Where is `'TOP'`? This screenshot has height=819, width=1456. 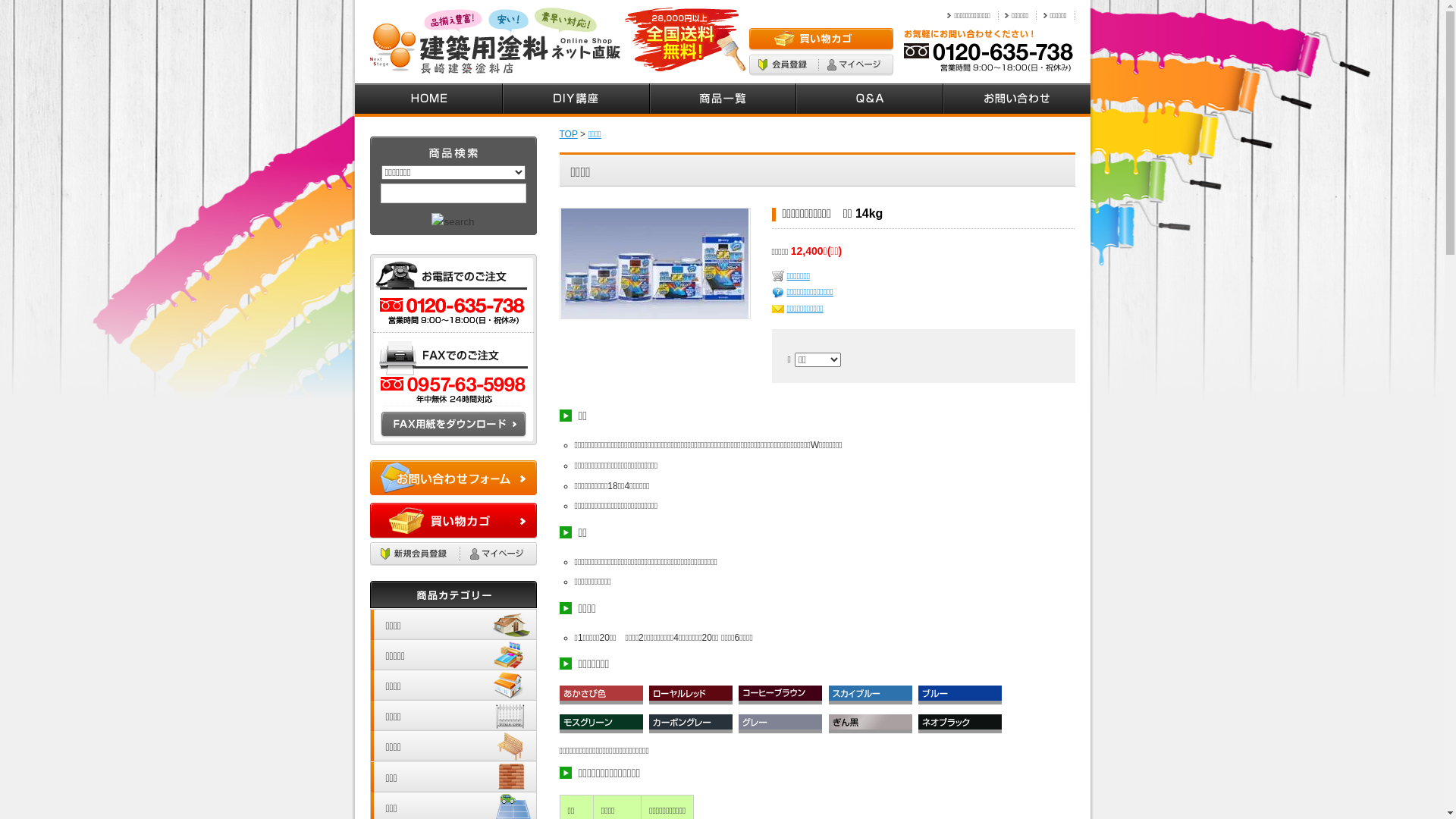 'TOP' is located at coordinates (559, 133).